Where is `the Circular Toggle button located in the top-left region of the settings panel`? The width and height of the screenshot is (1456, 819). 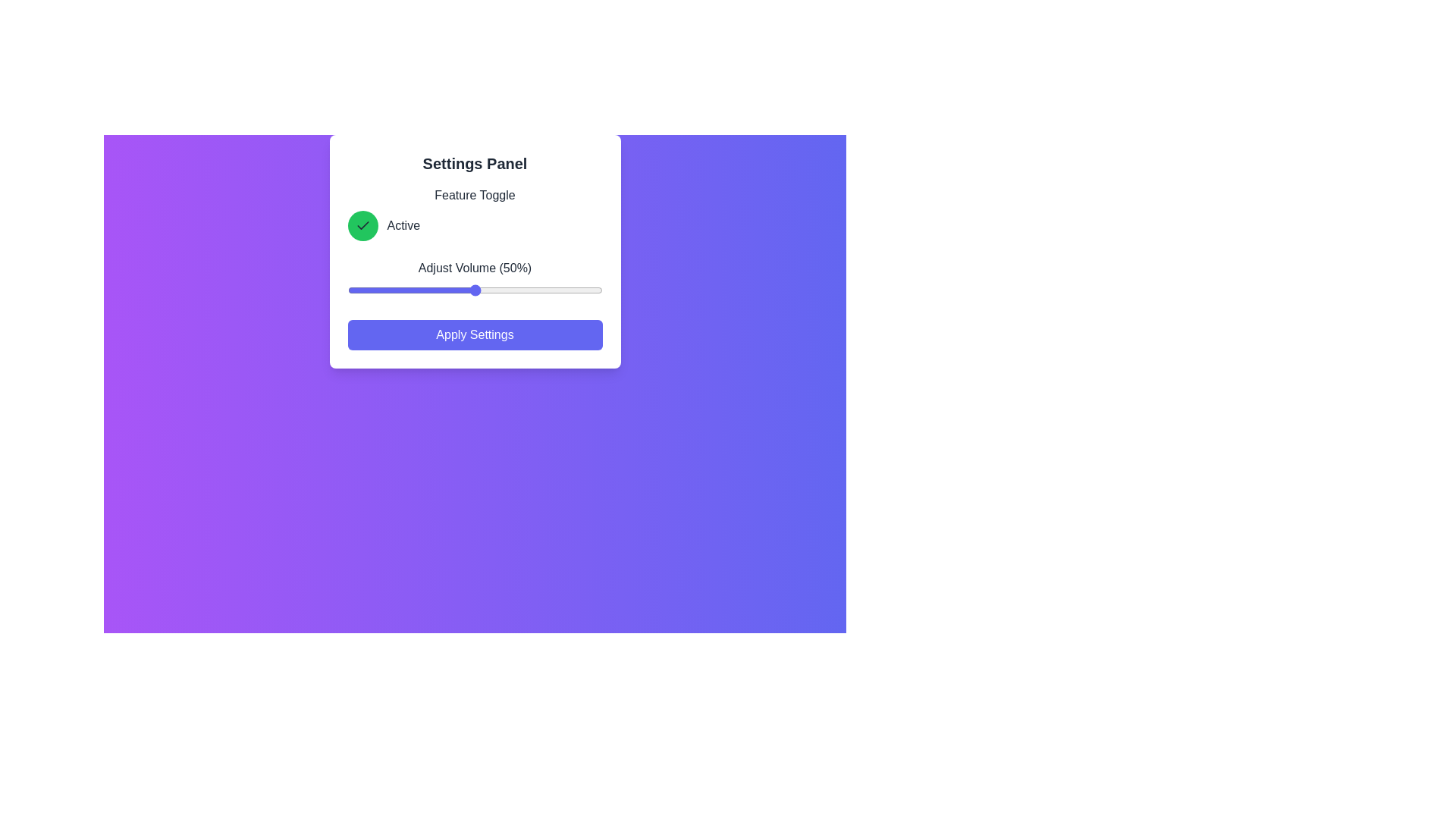 the Circular Toggle button located in the top-left region of the settings panel is located at coordinates (362, 225).